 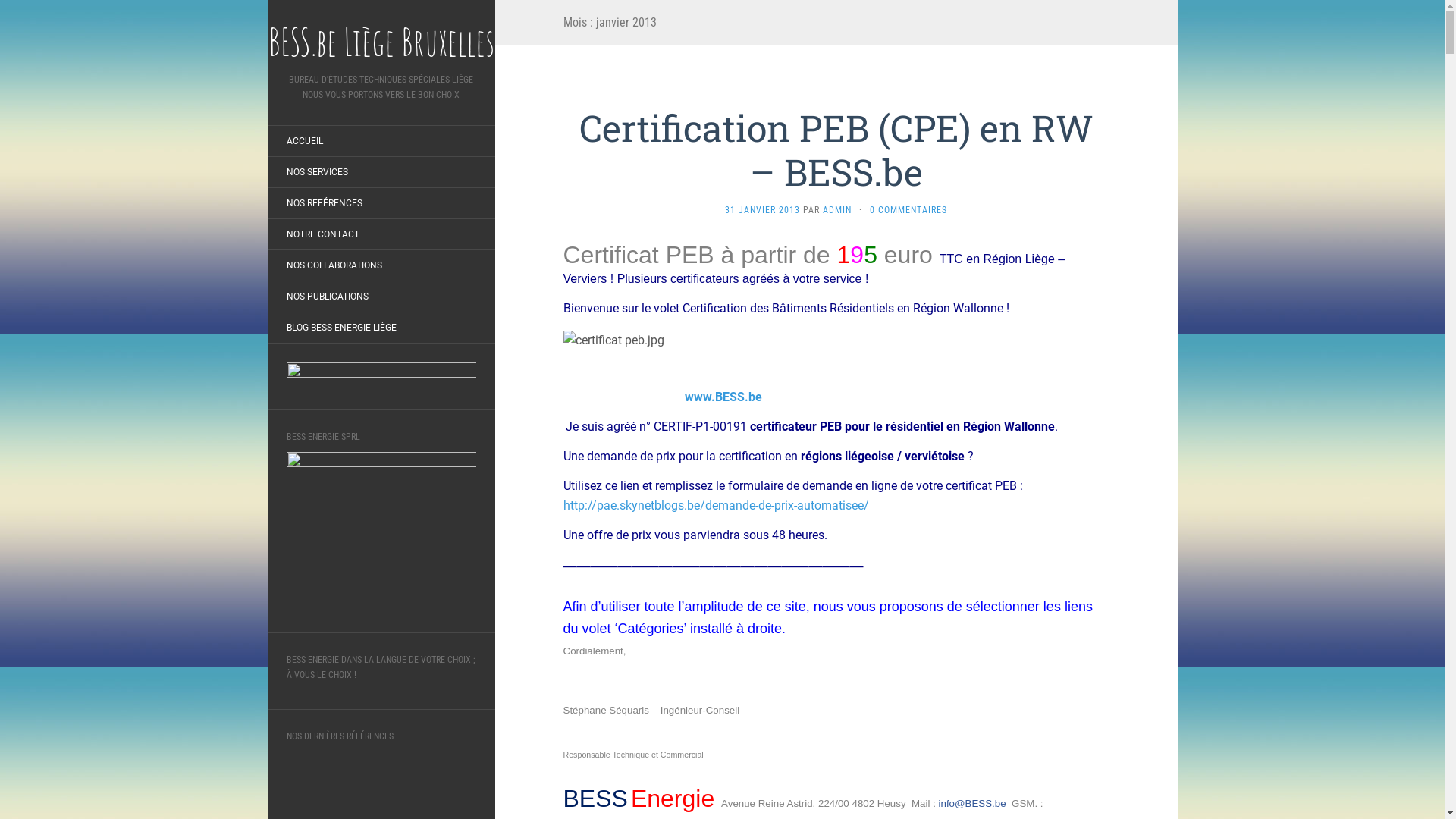 What do you see at coordinates (322, 234) in the screenshot?
I see `'NOTRE CONTACT'` at bounding box center [322, 234].